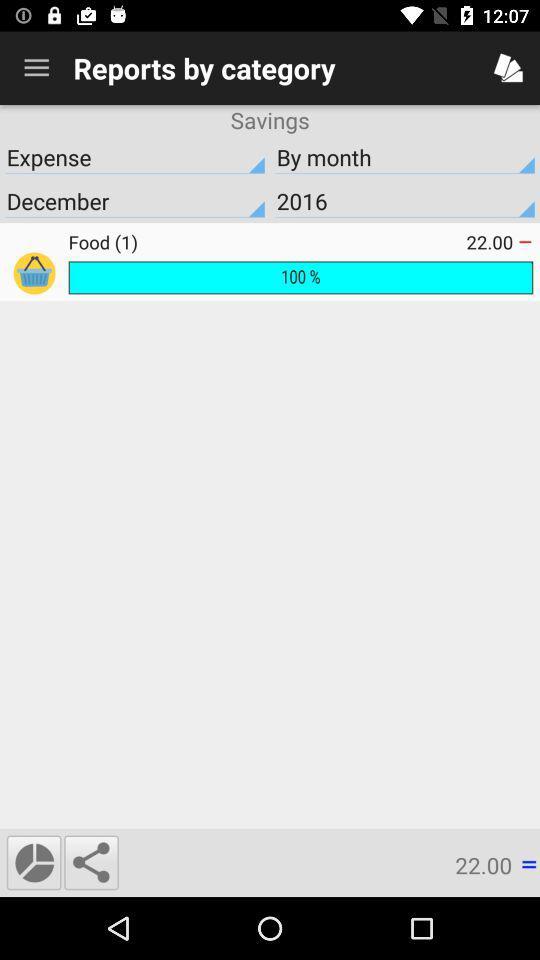 This screenshot has width=540, height=960. I want to click on the icon next to 22.00 icon, so click(90, 861).